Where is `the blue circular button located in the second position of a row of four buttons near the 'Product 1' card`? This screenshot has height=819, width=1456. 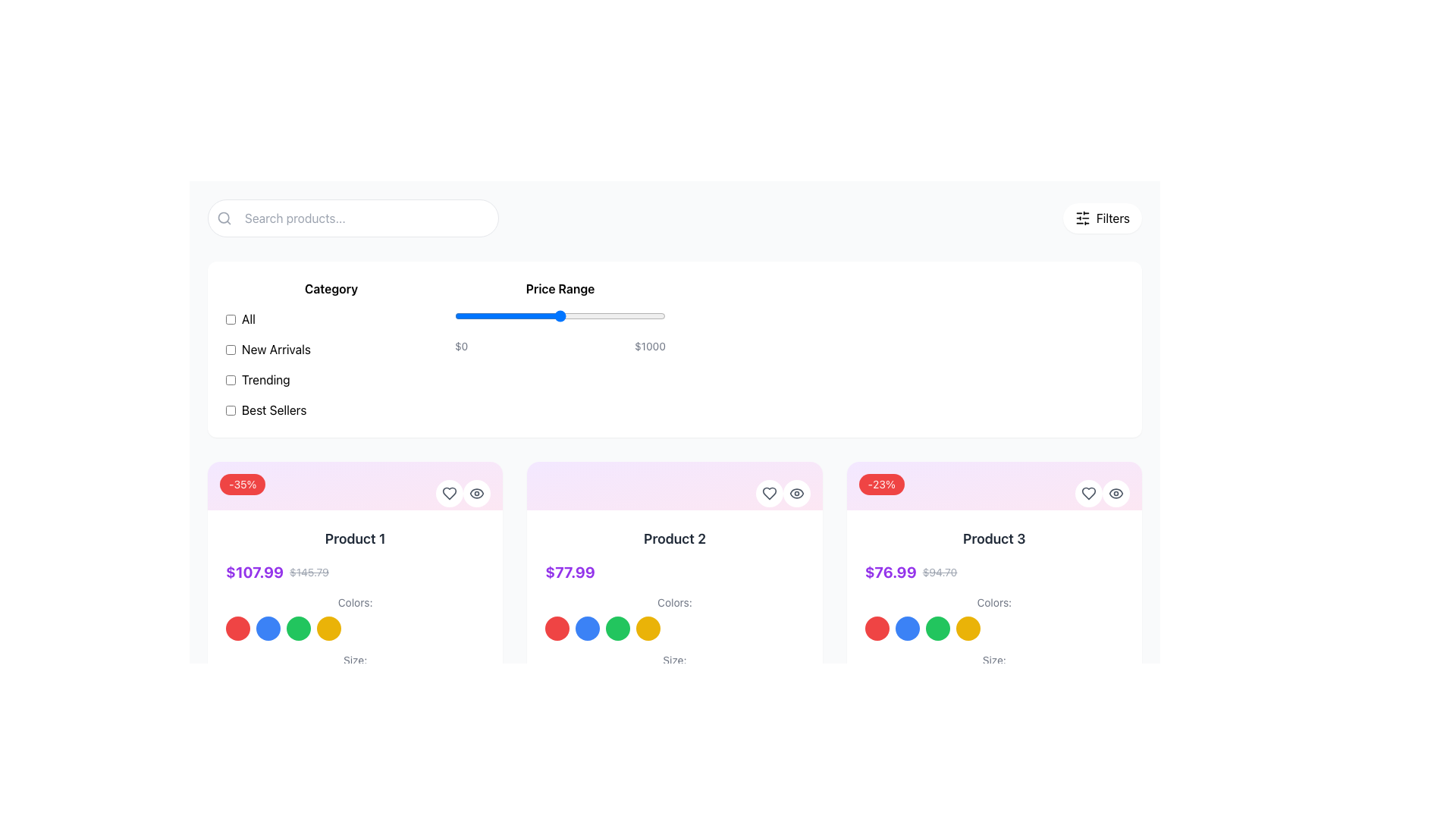
the blue circular button located in the second position of a row of four buttons near the 'Product 1' card is located at coordinates (268, 629).